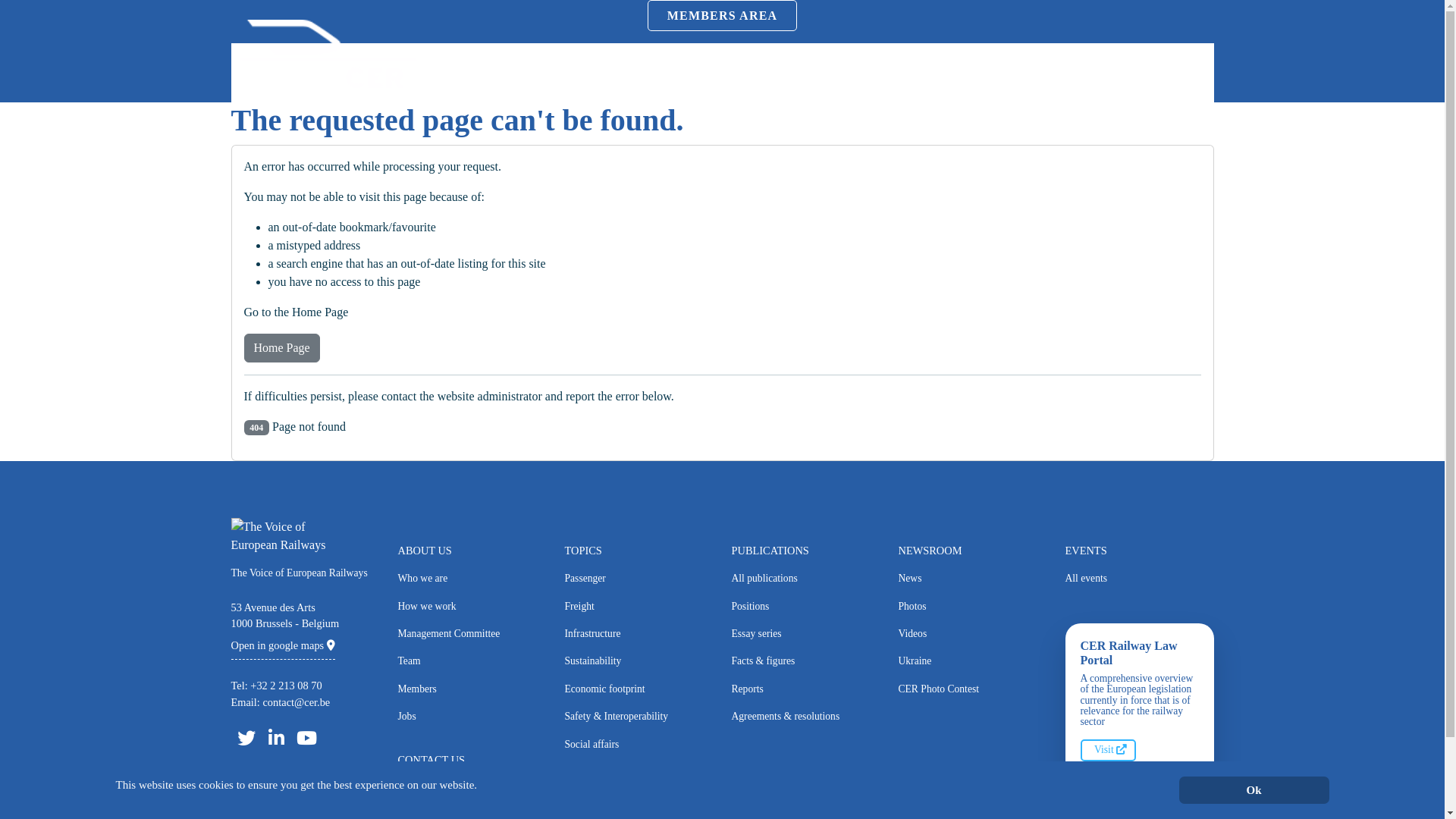 The image size is (1456, 819). What do you see at coordinates (471, 717) in the screenshot?
I see `'Jobs'` at bounding box center [471, 717].